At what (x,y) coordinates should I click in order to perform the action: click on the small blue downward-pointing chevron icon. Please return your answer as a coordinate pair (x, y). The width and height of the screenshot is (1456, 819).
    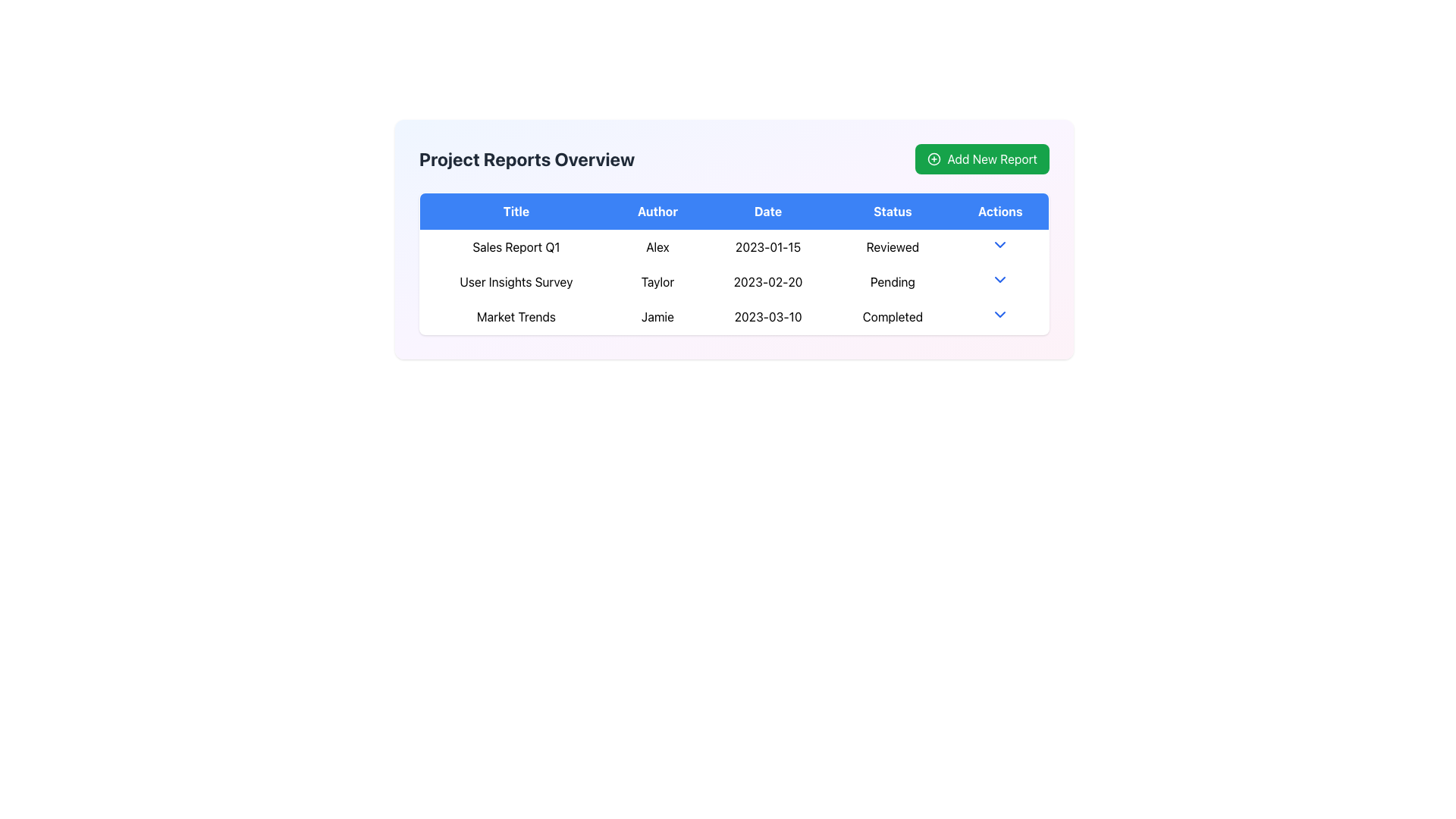
    Looking at the image, I should click on (1000, 316).